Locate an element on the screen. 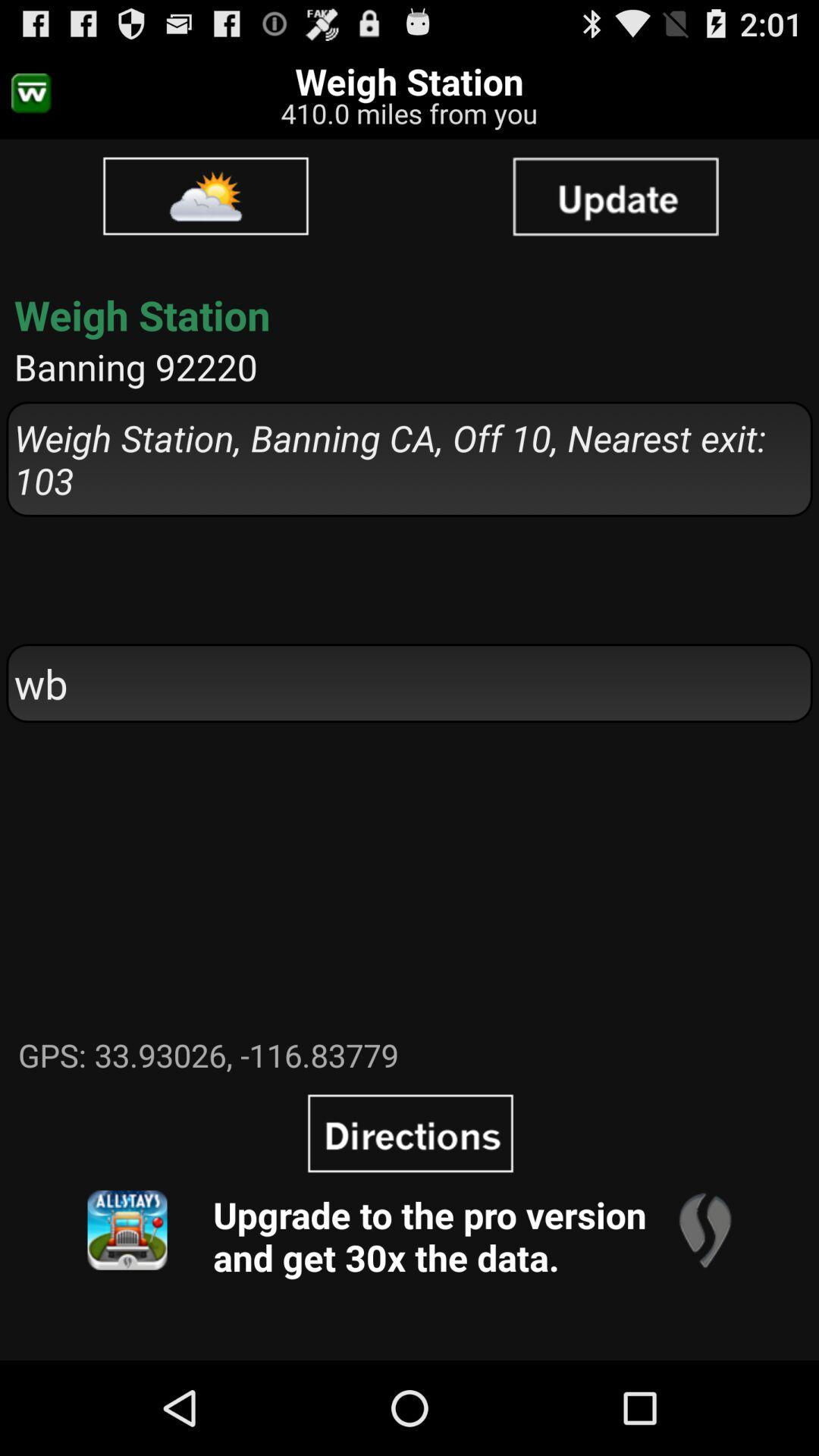 The image size is (819, 1456). the location icon is located at coordinates (704, 1316).